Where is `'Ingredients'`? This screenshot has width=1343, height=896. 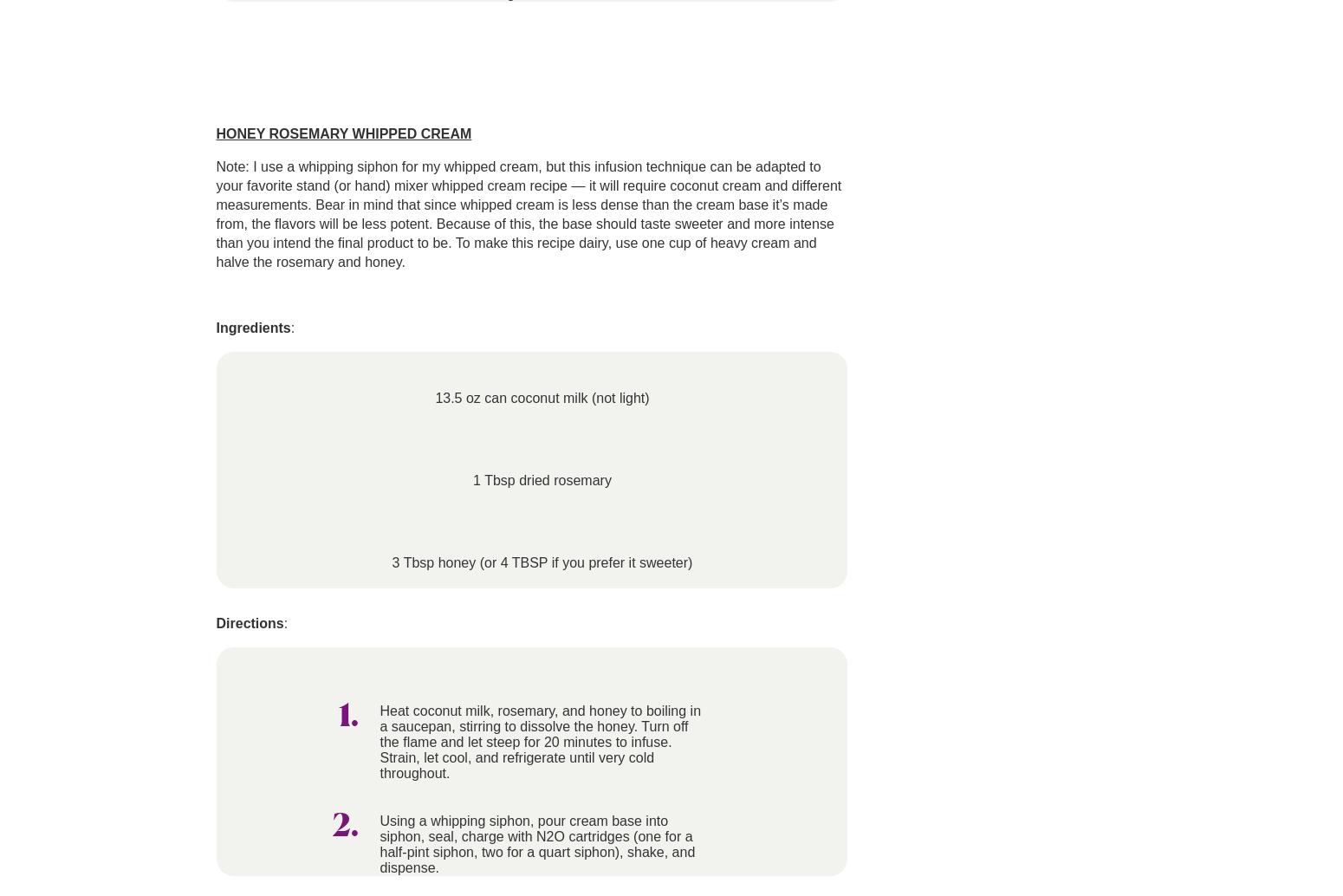 'Ingredients' is located at coordinates (215, 327).